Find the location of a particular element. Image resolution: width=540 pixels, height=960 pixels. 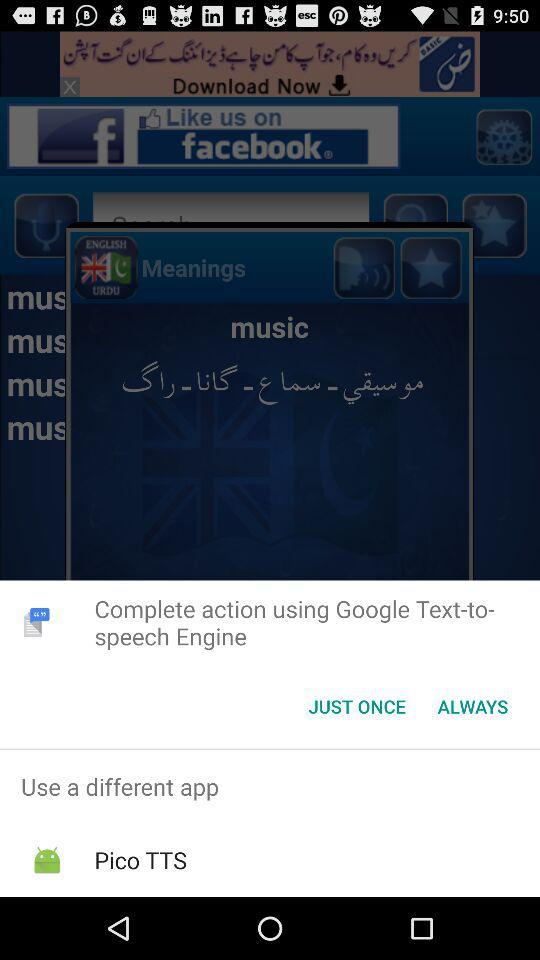

use a different app is located at coordinates (270, 786).